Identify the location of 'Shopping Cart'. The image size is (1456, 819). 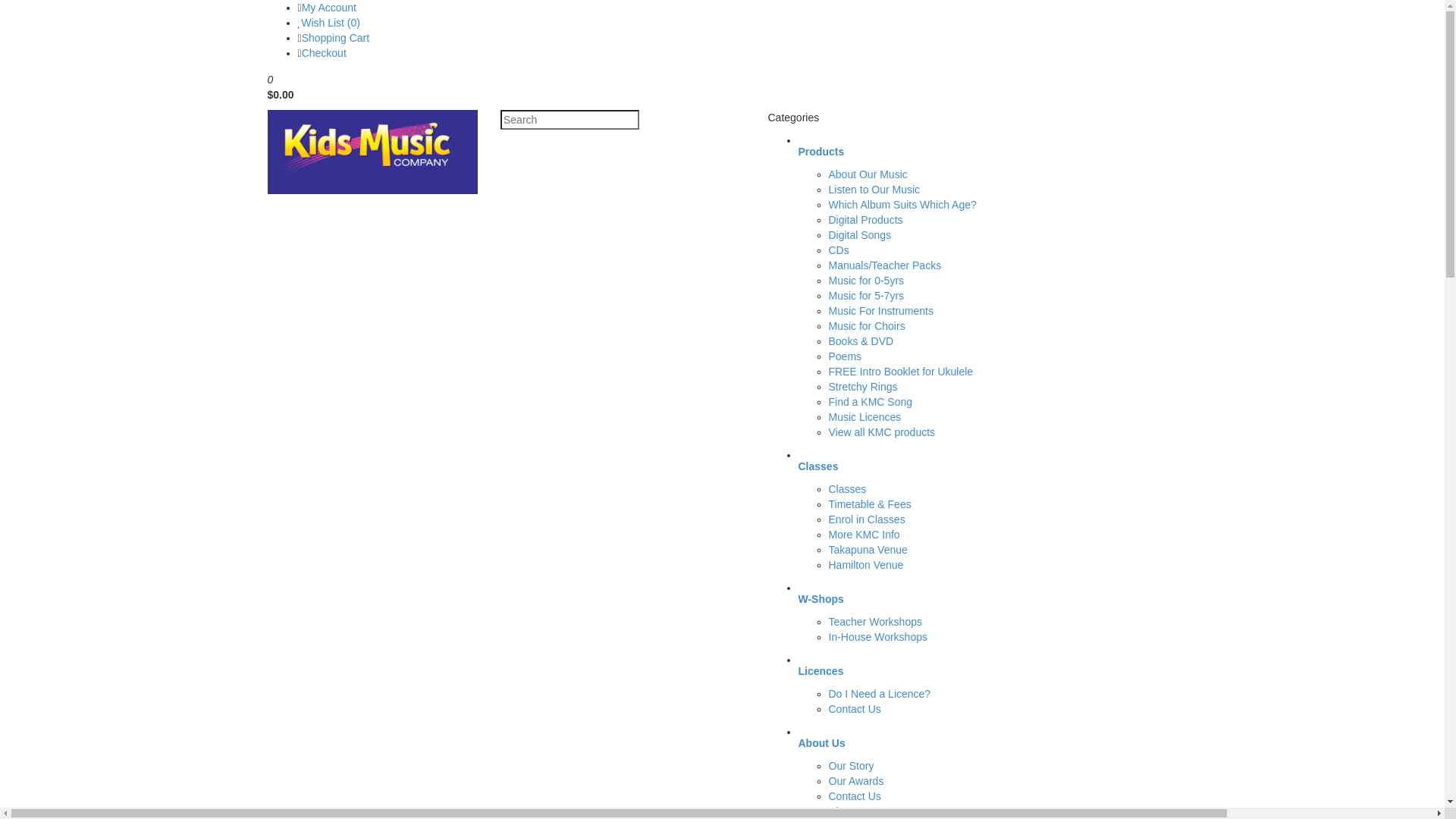
(334, 37).